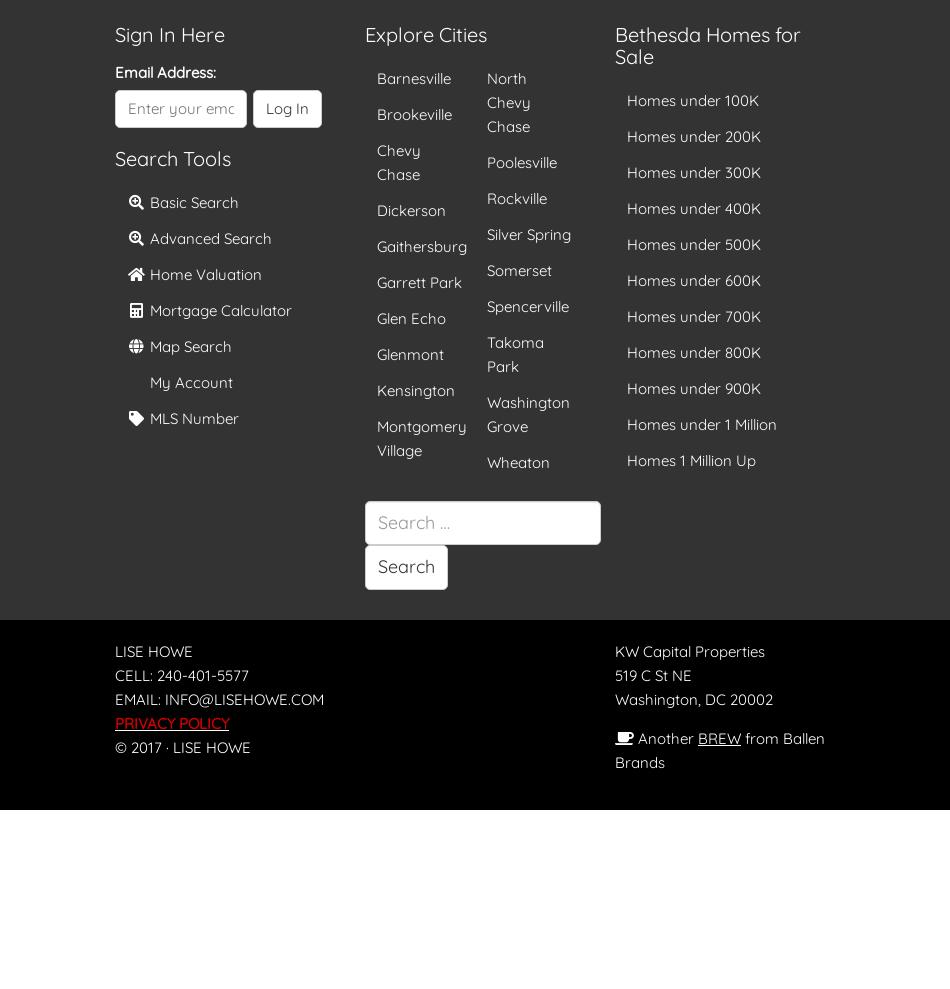 Image resolution: width=950 pixels, height=989 pixels. Describe the element at coordinates (693, 315) in the screenshot. I see `'Homes under 700K'` at that location.